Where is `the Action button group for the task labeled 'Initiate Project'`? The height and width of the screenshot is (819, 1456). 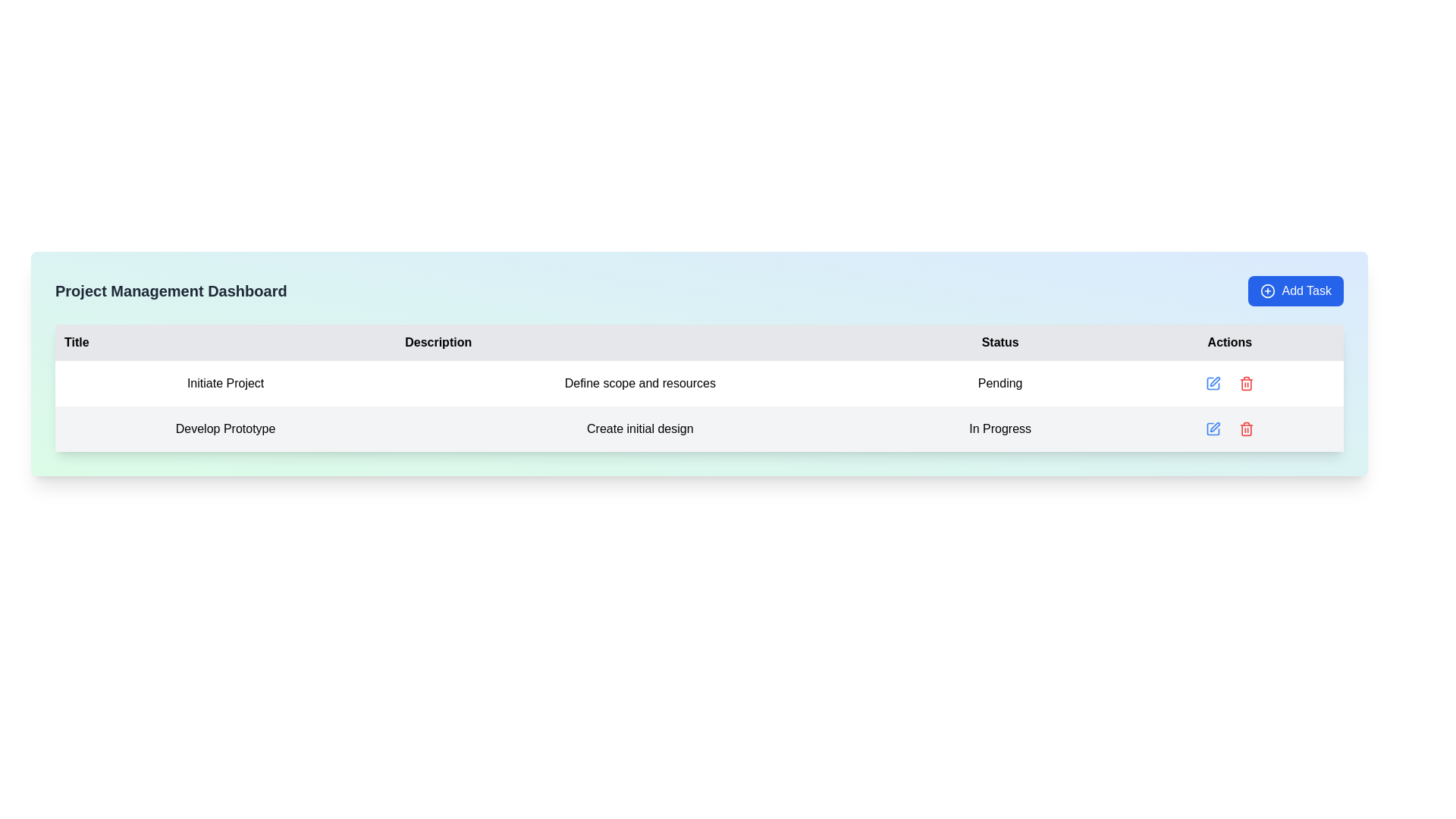 the Action button group for the task labeled 'Initiate Project' is located at coordinates (1229, 382).